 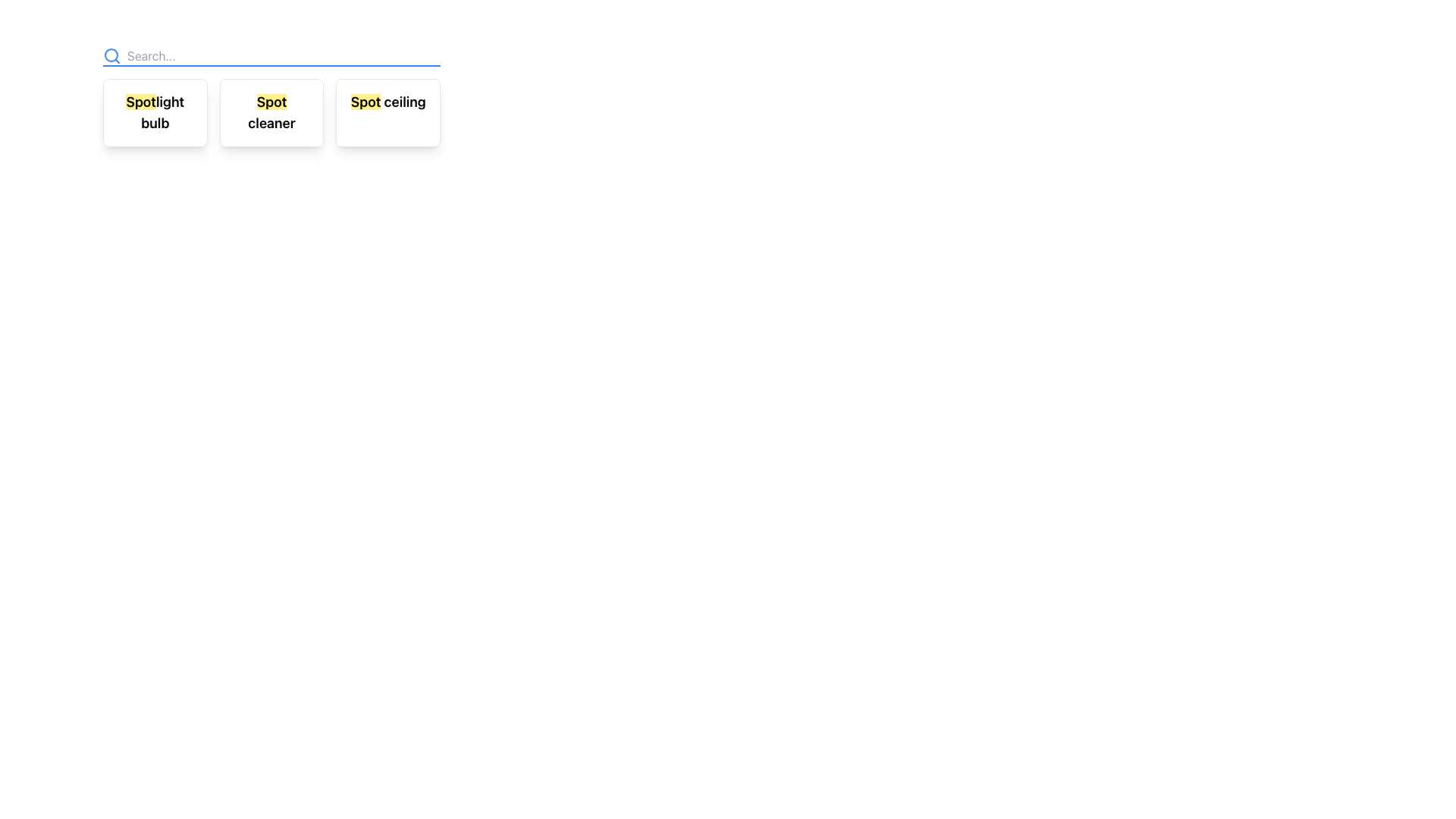 I want to click on the blue search icon resembling a magnifying glass to trigger a tooltip or highlight effect, so click(x=111, y=55).